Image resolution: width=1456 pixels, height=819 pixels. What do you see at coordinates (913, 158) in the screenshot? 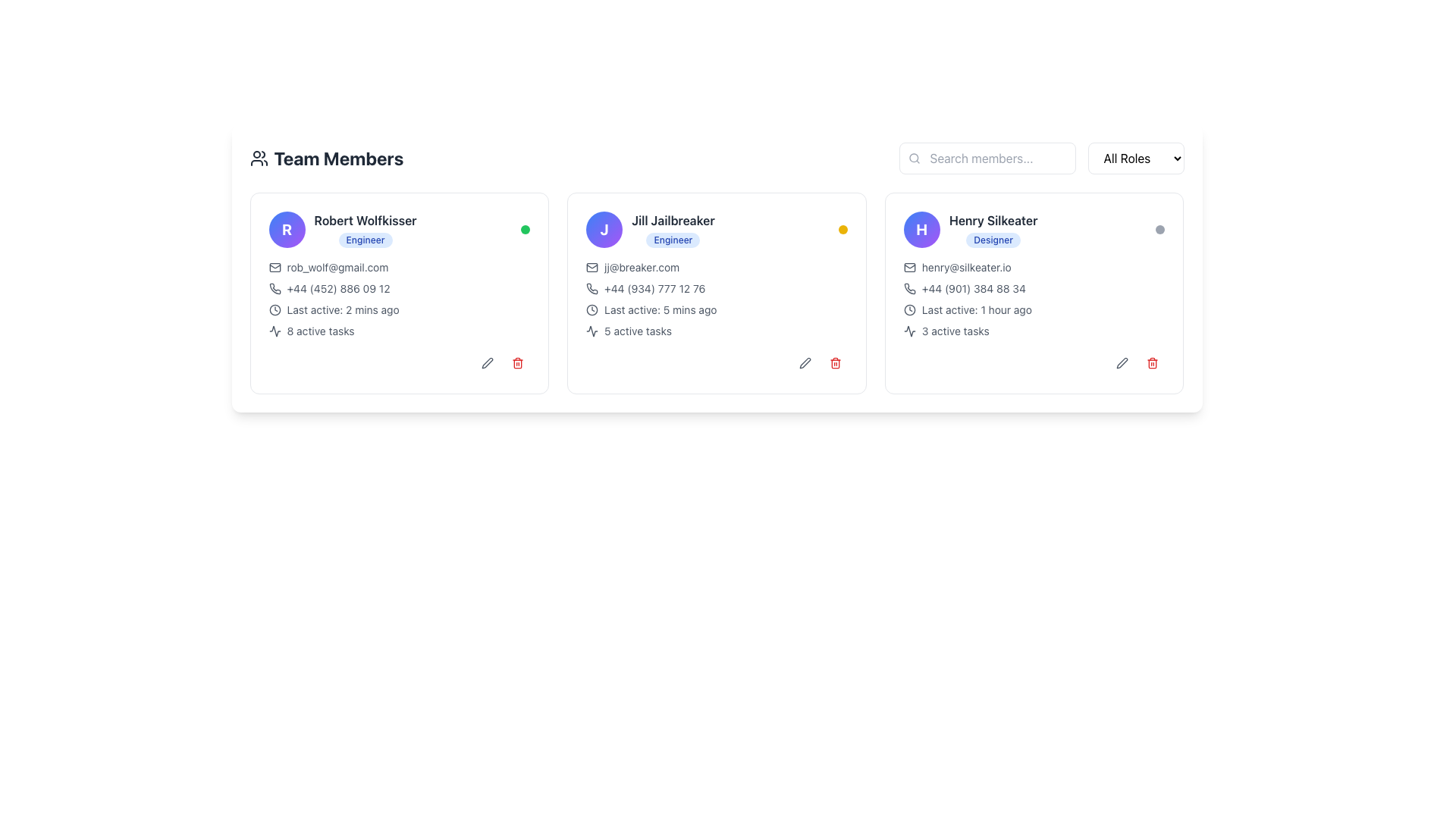
I see `the decorative search icon located inside the left part of the search input field labeled 'Search members...'` at bounding box center [913, 158].